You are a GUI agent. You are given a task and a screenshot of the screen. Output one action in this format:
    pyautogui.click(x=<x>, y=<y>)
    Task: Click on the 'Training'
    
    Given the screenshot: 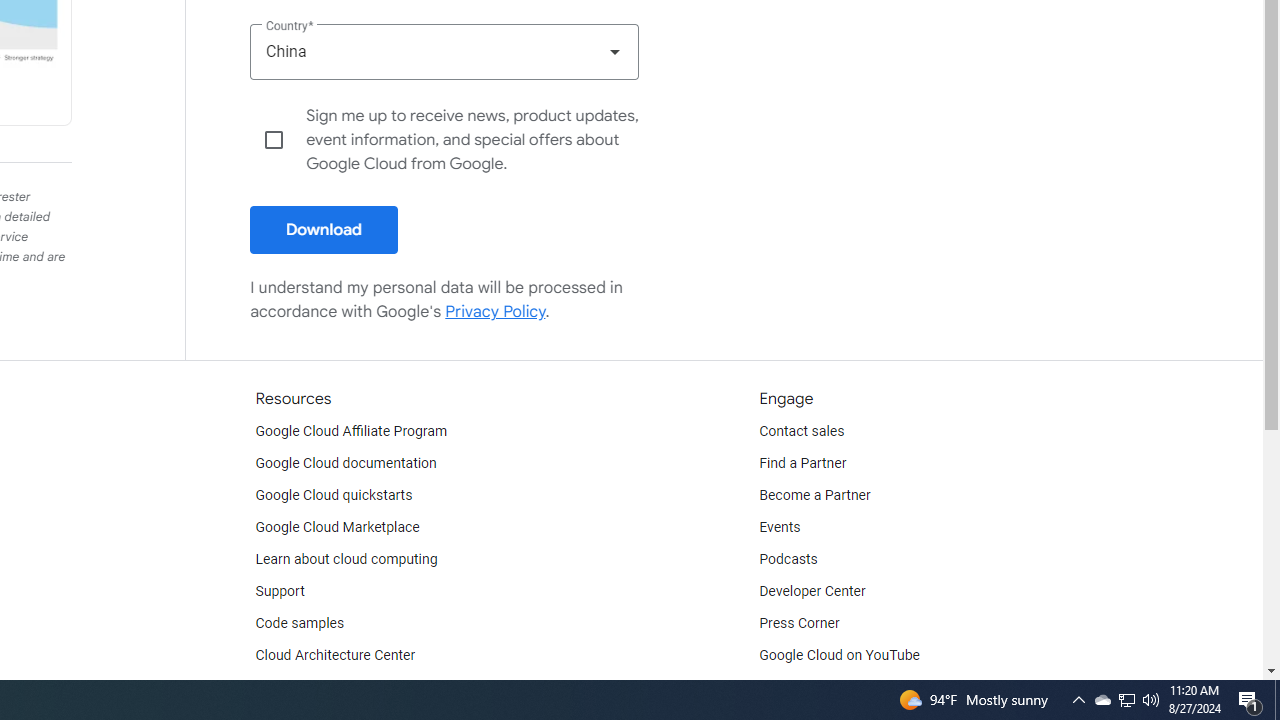 What is the action you would take?
    pyautogui.click(x=279, y=686)
    